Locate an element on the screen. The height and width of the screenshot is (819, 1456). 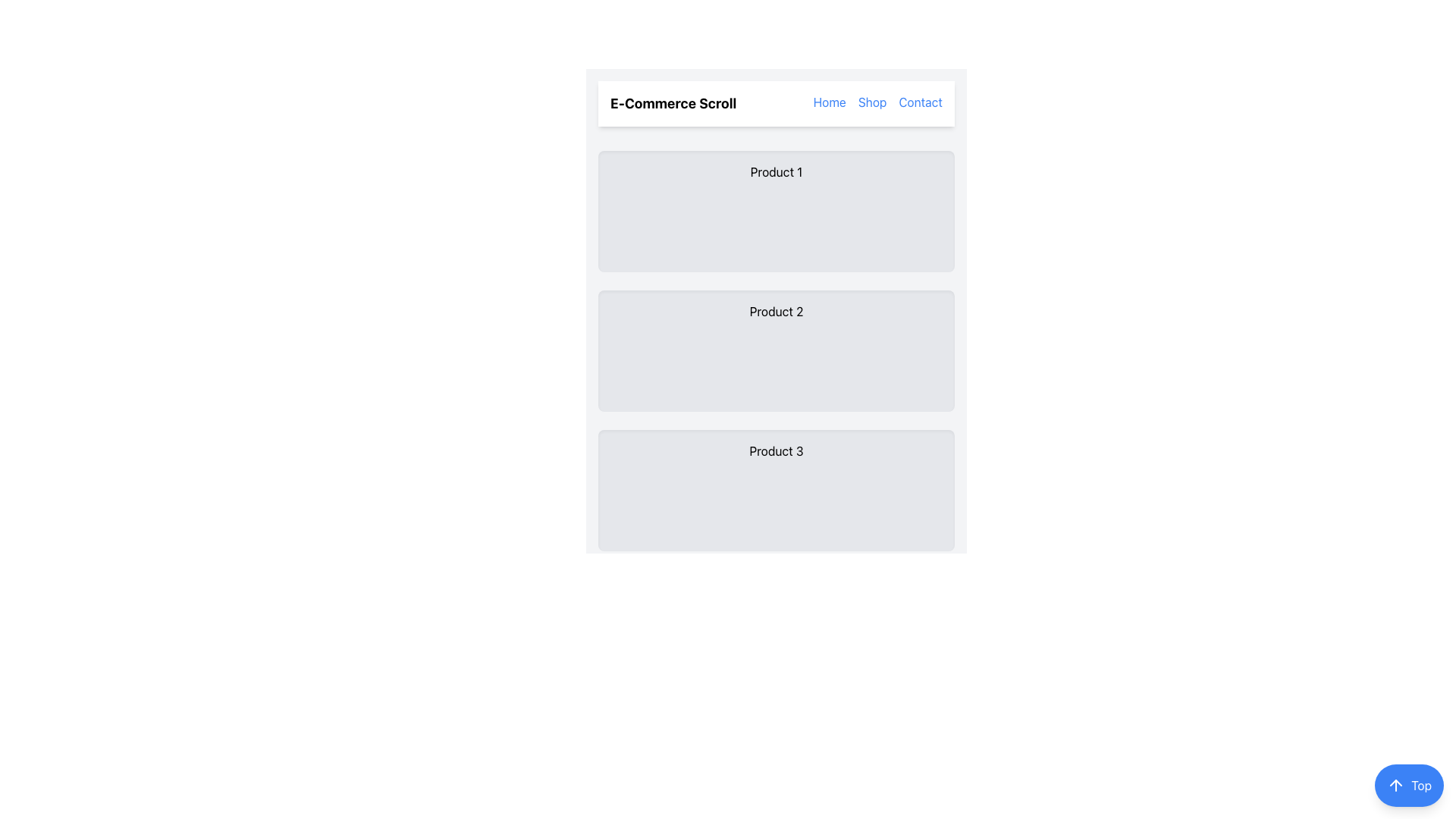
the blue-colored clickable text displaying 'Home' in the horizontal navigation bar is located at coordinates (829, 102).